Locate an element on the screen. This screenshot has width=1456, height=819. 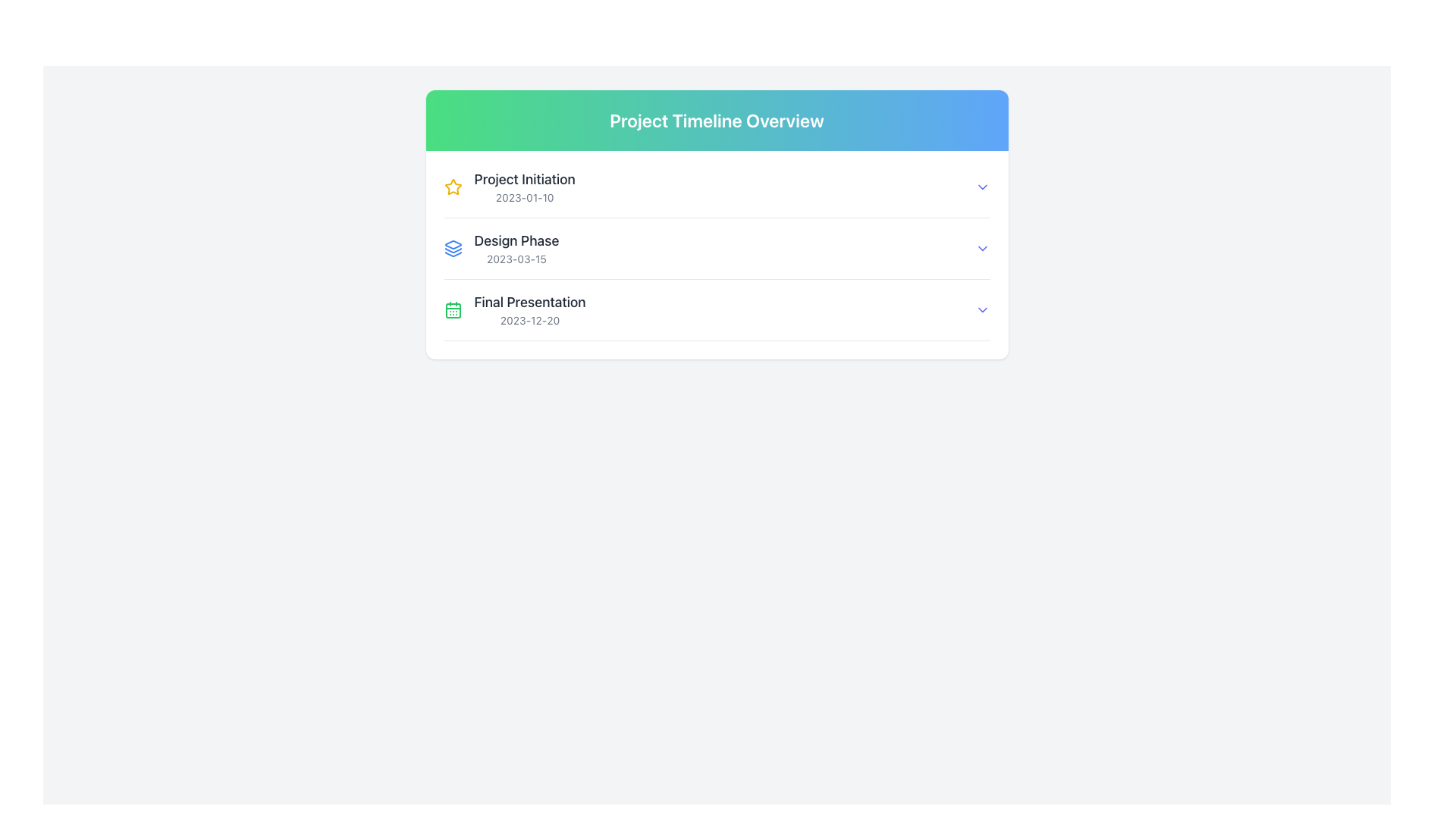
the date label '2023-03-15' displayed in smaller gray text below 'Design Phase' in the vertical timeline structure is located at coordinates (516, 259).